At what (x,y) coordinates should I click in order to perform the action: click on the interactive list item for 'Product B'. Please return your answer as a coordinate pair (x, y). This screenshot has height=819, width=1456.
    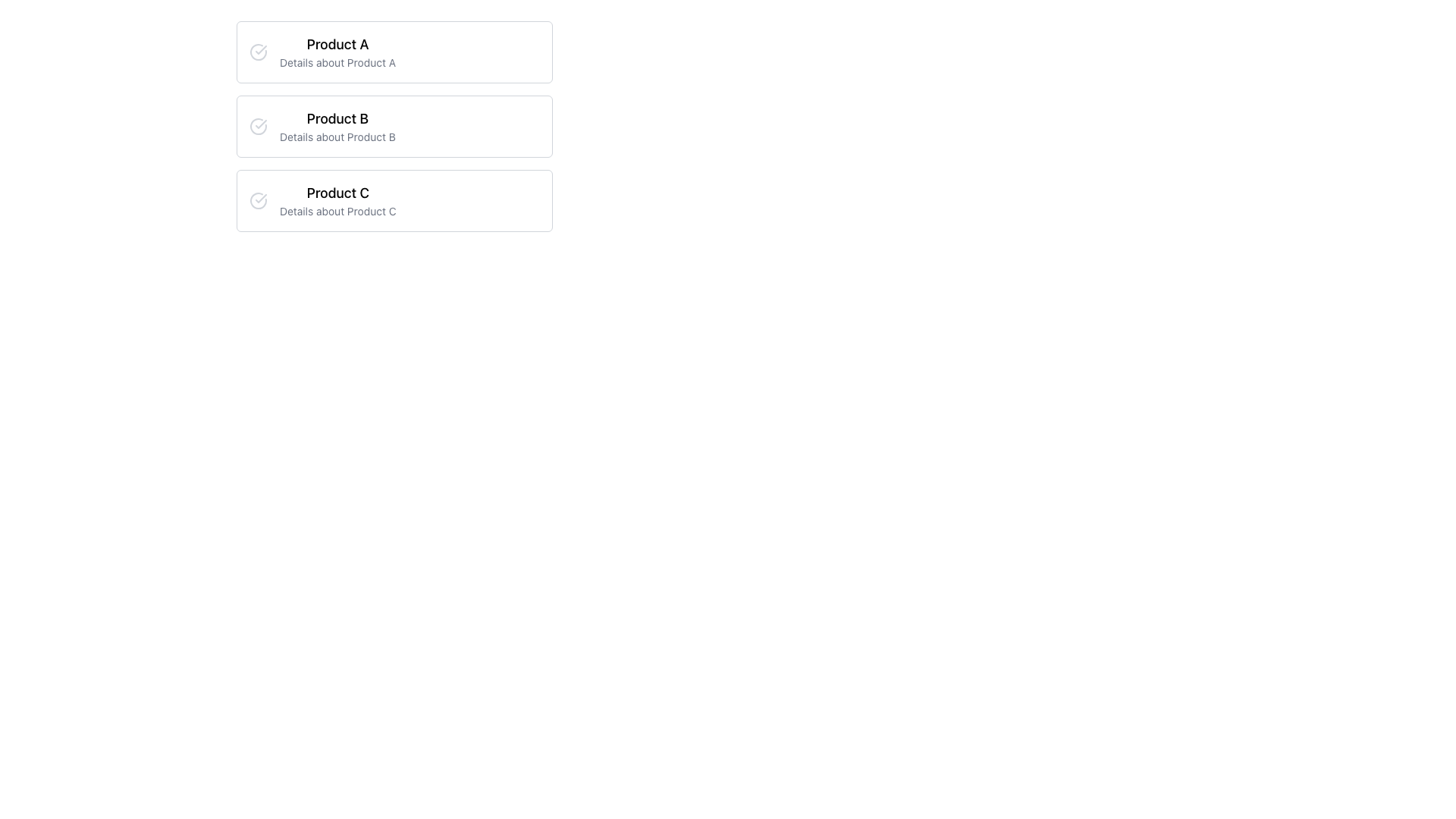
    Looking at the image, I should click on (394, 125).